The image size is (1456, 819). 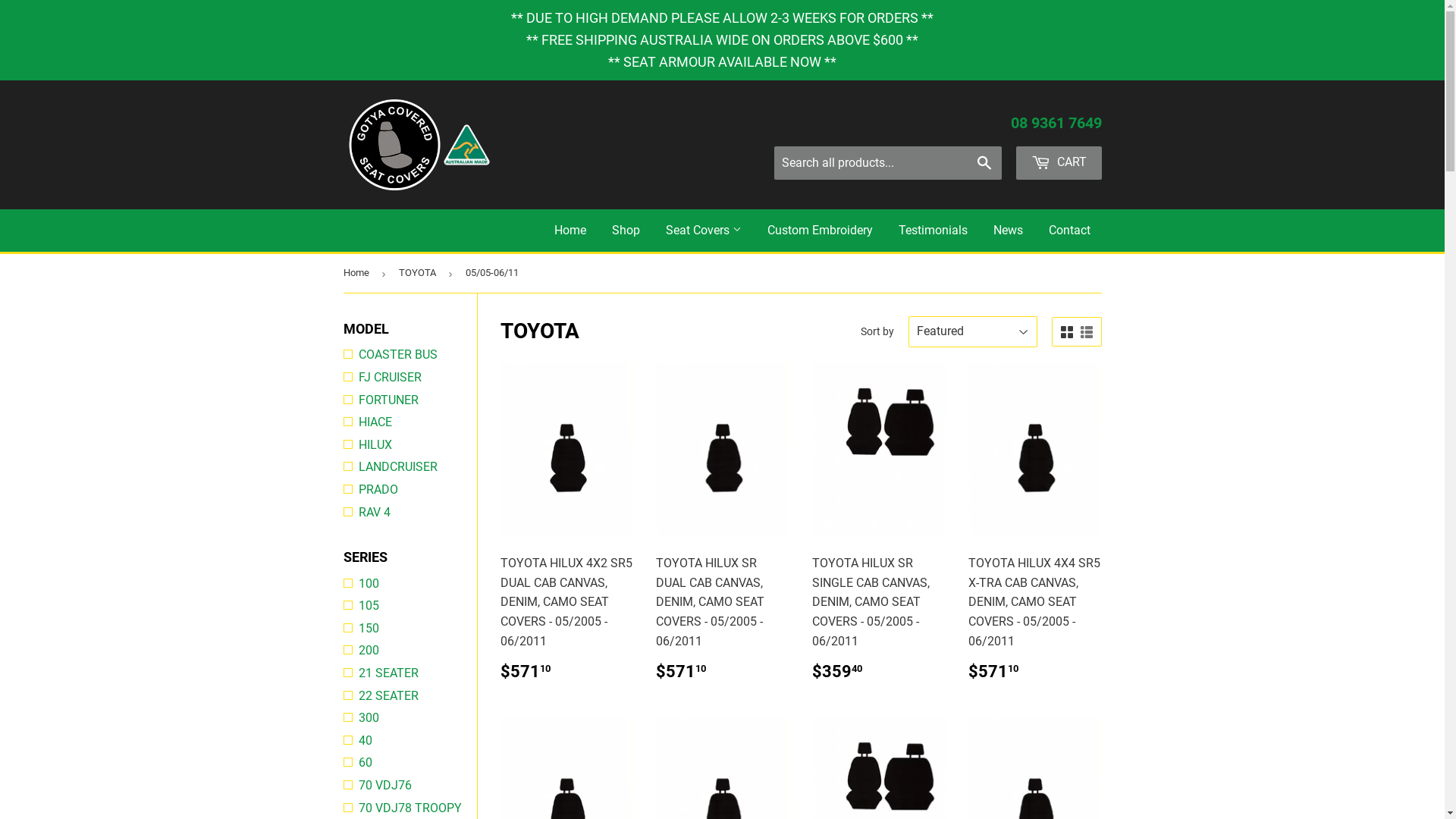 What do you see at coordinates (1065, 332) in the screenshot?
I see `'Grid view'` at bounding box center [1065, 332].